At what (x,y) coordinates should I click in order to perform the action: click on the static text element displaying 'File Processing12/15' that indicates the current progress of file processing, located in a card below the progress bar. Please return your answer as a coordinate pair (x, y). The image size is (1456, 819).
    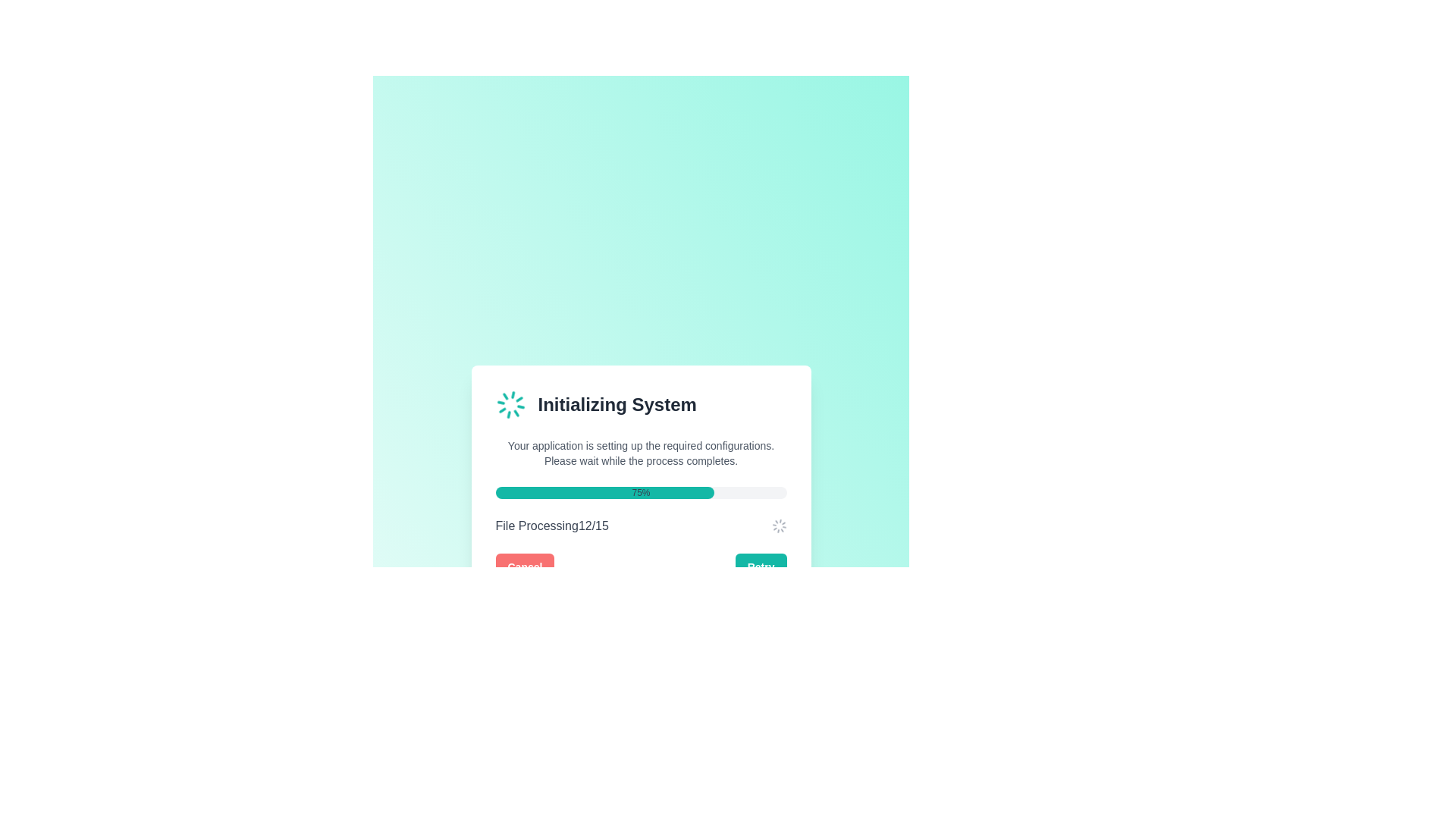
    Looking at the image, I should click on (551, 526).